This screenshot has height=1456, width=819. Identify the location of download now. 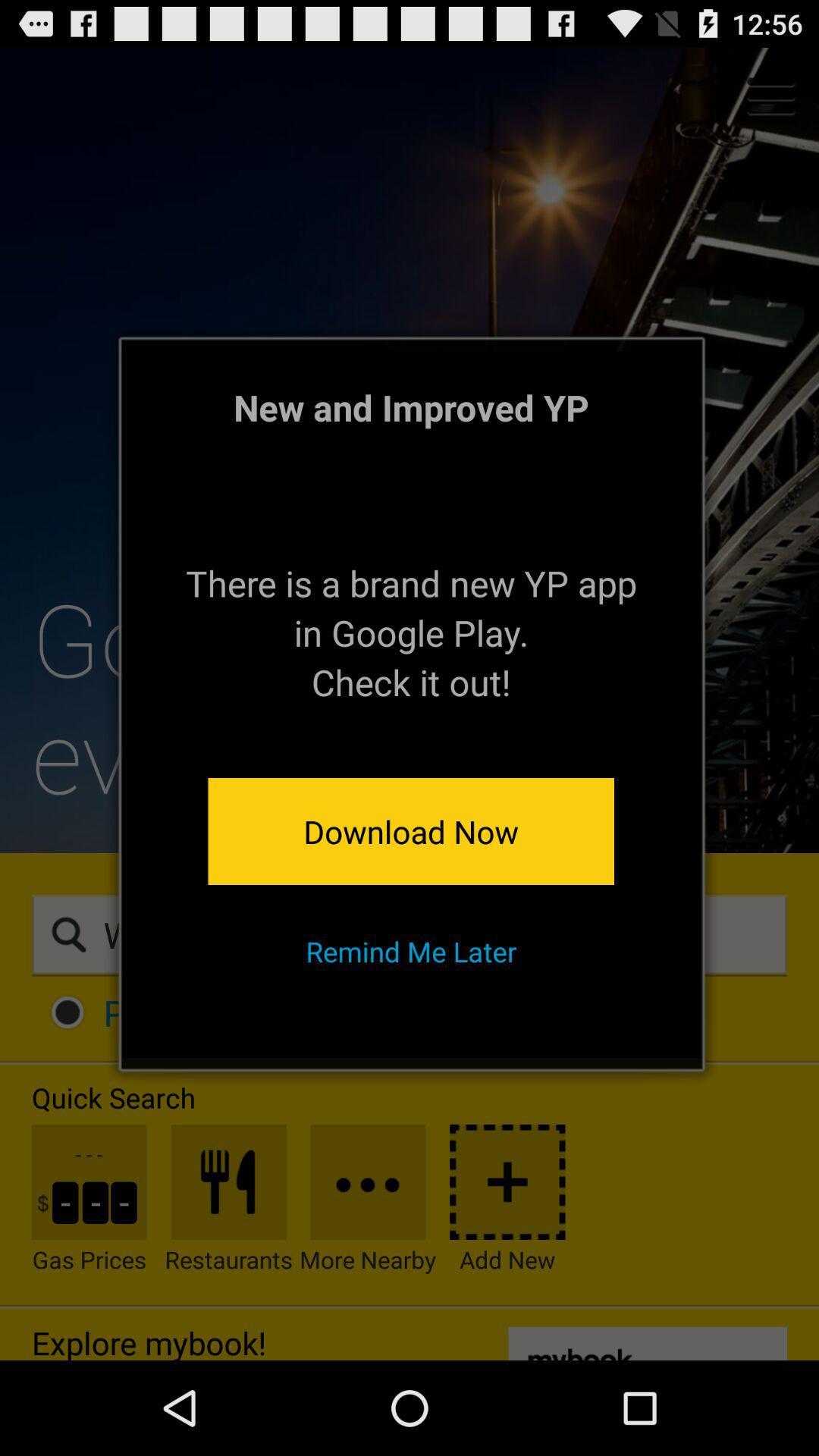
(411, 830).